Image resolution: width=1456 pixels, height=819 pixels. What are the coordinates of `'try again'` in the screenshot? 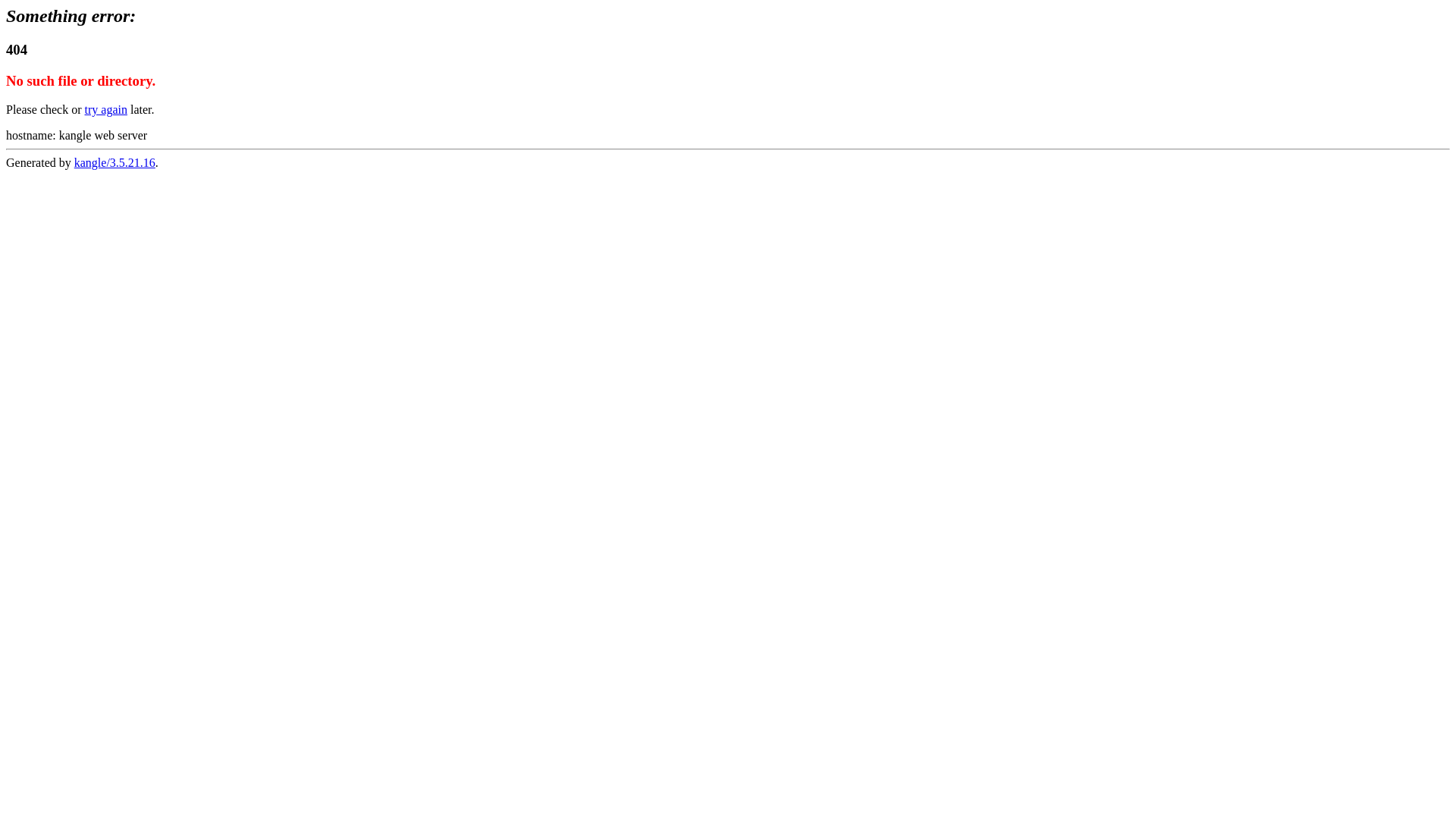 It's located at (105, 108).